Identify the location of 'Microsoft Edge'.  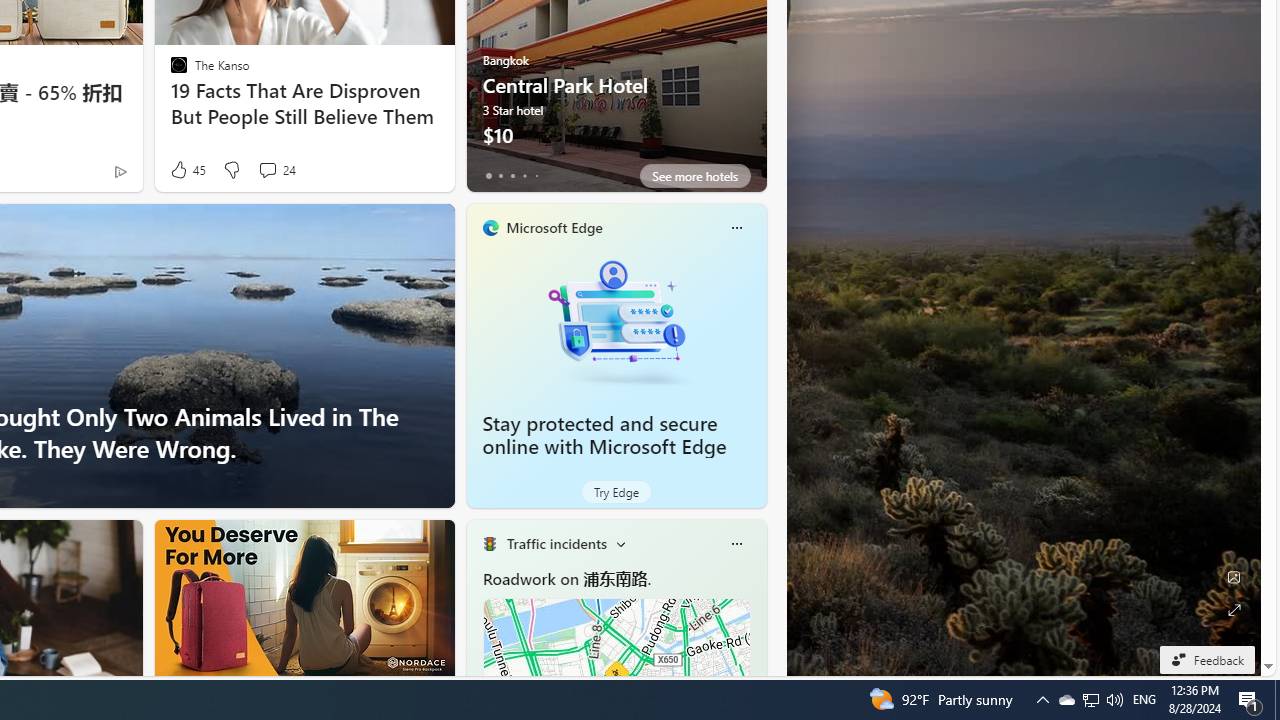
(554, 226).